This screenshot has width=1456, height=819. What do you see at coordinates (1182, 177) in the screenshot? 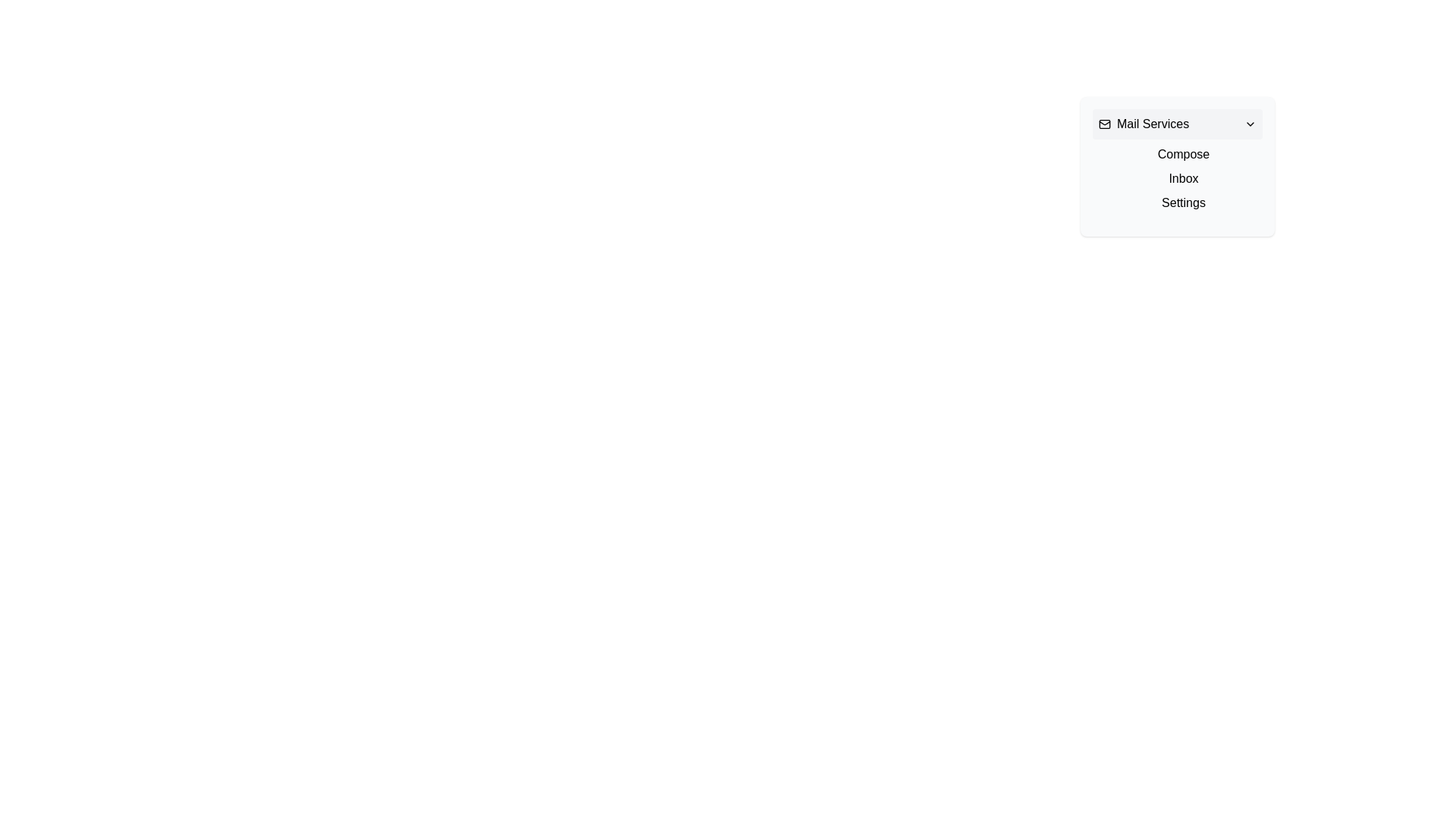
I see `the 'Inbox' text link, which is the second option in the vertical list of navigation links, positioned between 'Compose' and 'Settings'` at bounding box center [1182, 177].